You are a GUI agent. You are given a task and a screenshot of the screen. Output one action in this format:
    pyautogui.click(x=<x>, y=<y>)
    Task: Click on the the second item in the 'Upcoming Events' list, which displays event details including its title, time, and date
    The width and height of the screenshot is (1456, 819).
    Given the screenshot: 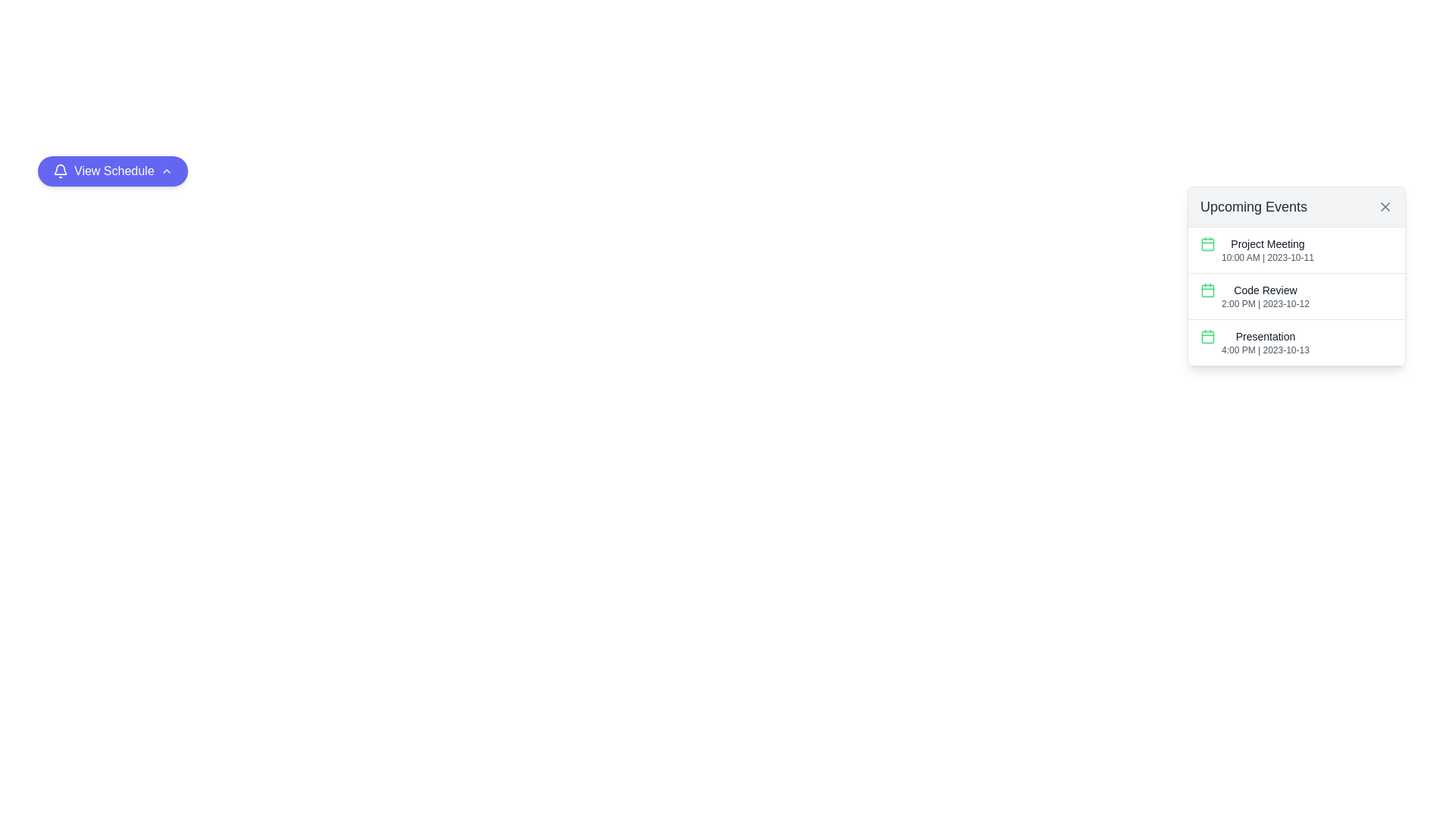 What is the action you would take?
    pyautogui.click(x=1295, y=295)
    